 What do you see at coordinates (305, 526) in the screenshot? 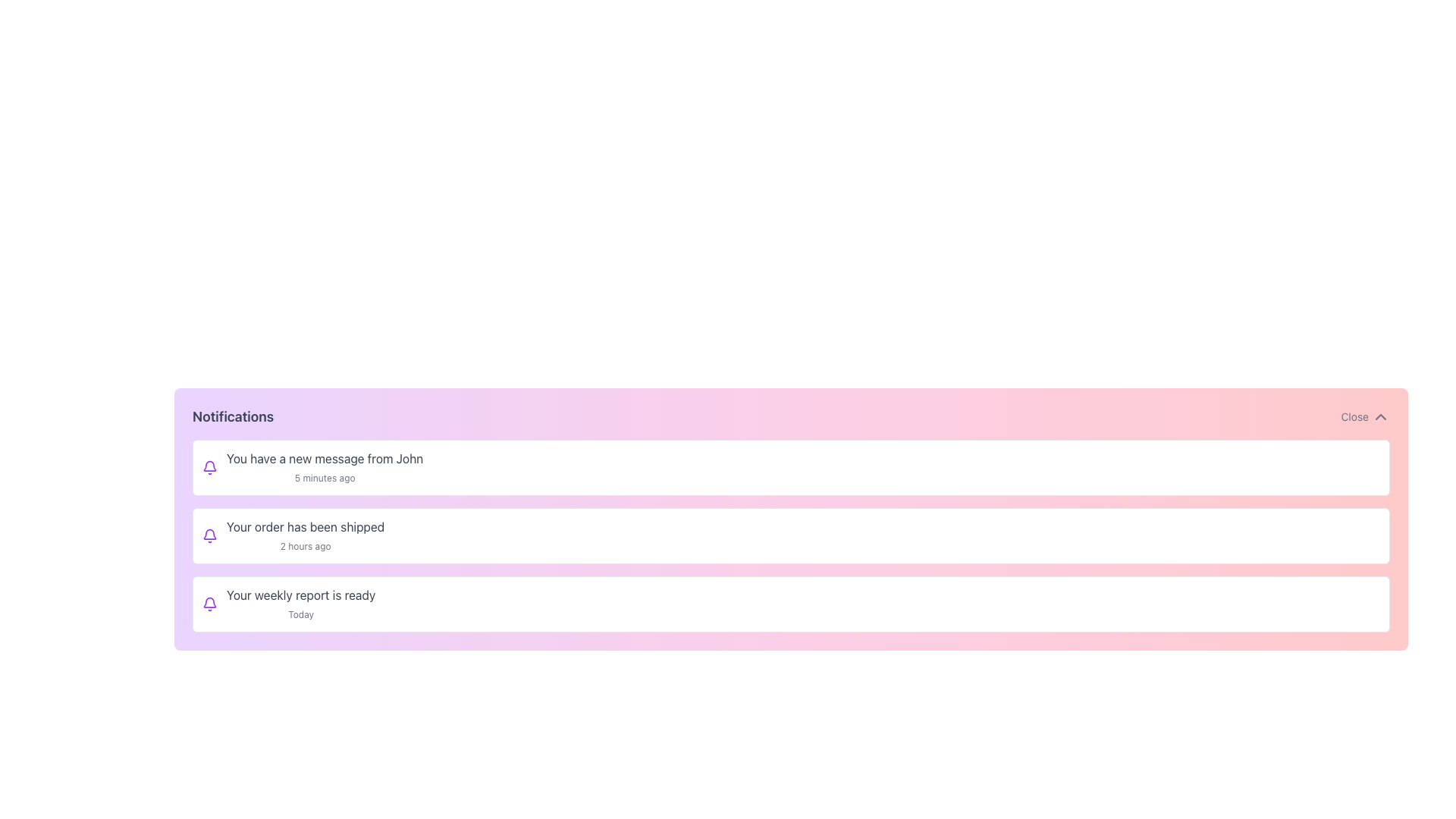
I see `the Text Label that communicates the shipping status of an order, located in the Notifications section as the second notification in the list` at bounding box center [305, 526].